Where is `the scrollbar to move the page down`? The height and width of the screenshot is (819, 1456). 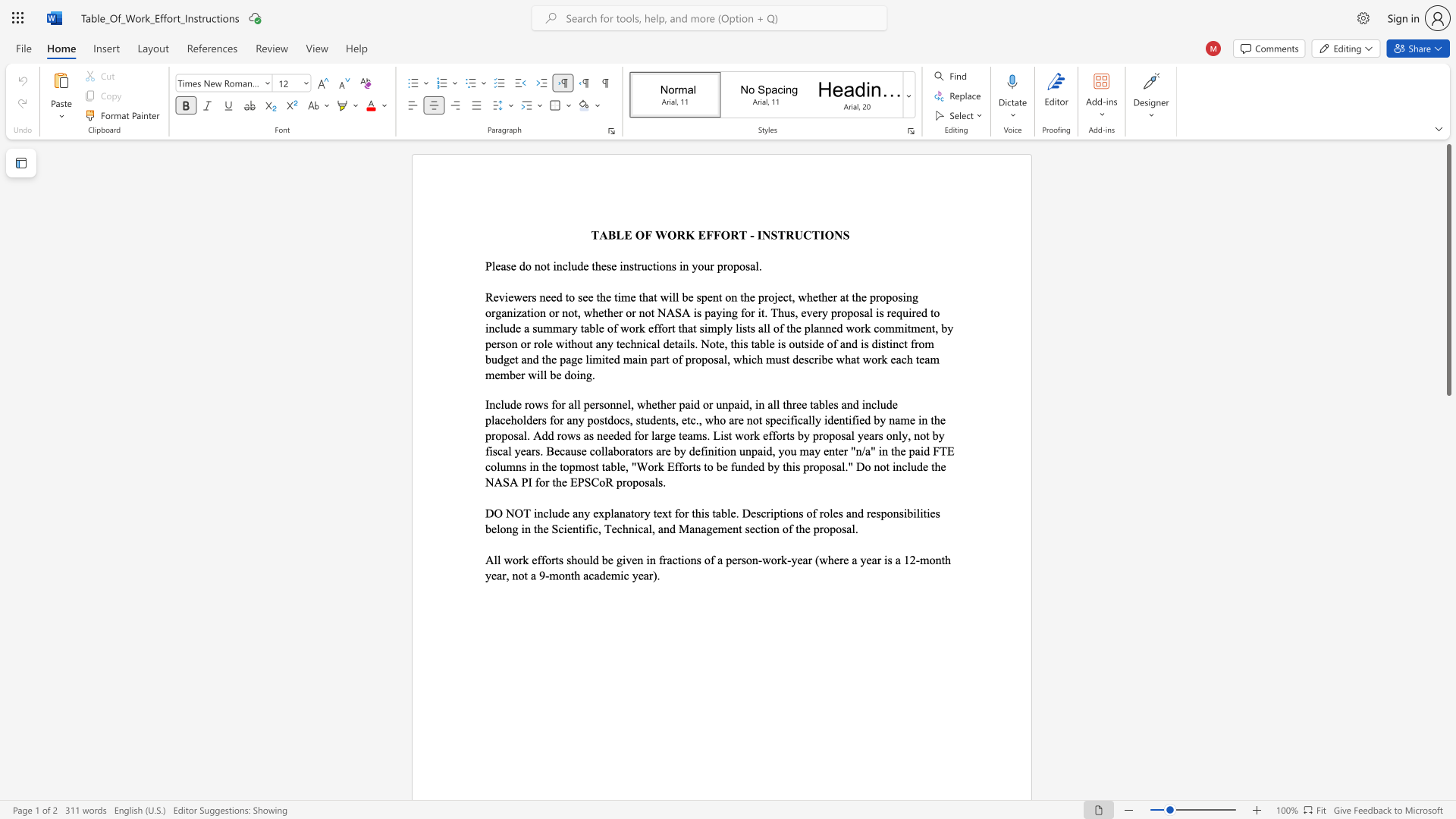 the scrollbar to move the page down is located at coordinates (1448, 773).